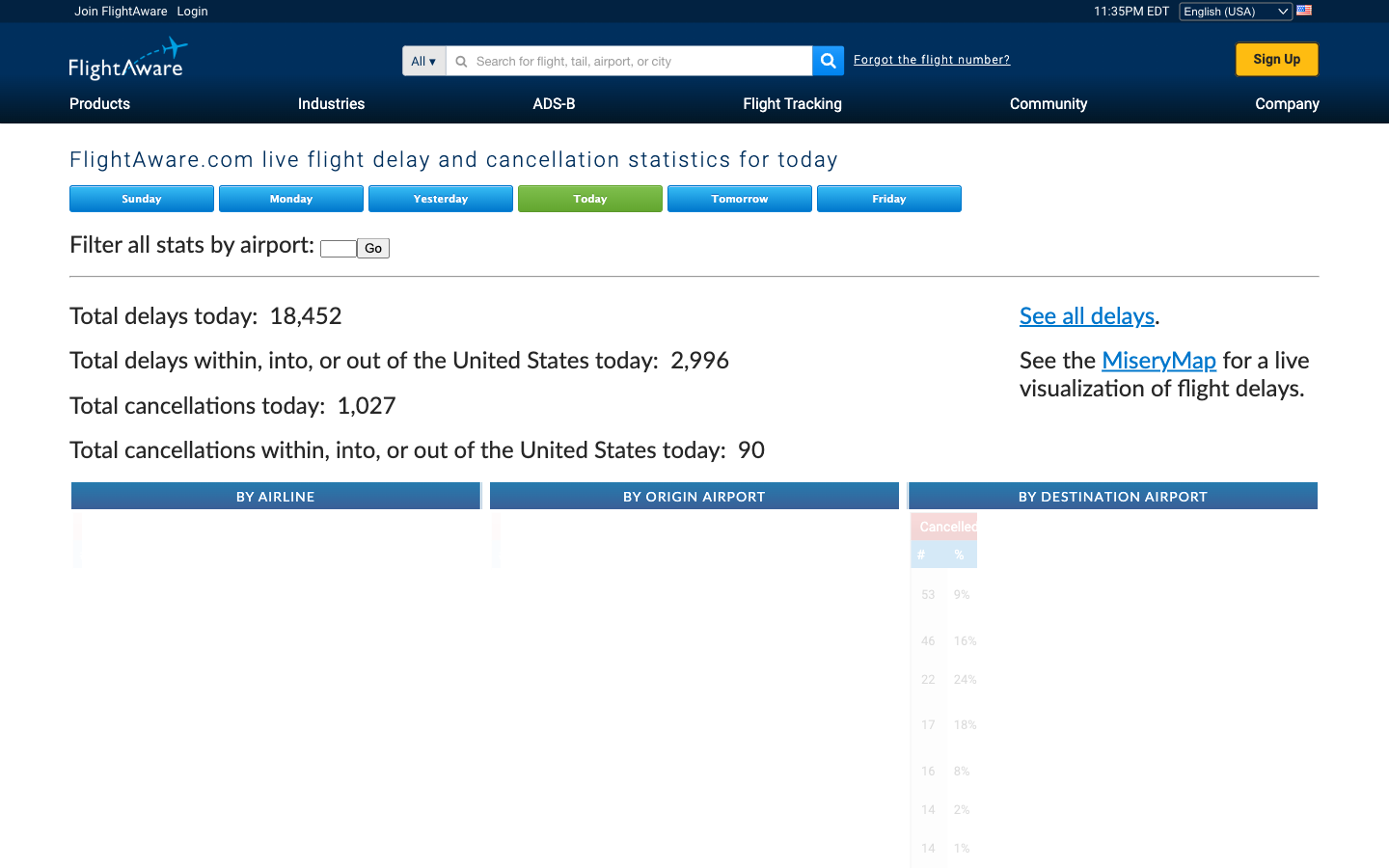  What do you see at coordinates (591, 199) in the screenshot?
I see `Check Flight Aware live flight delay and cancellation statistics for today` at bounding box center [591, 199].